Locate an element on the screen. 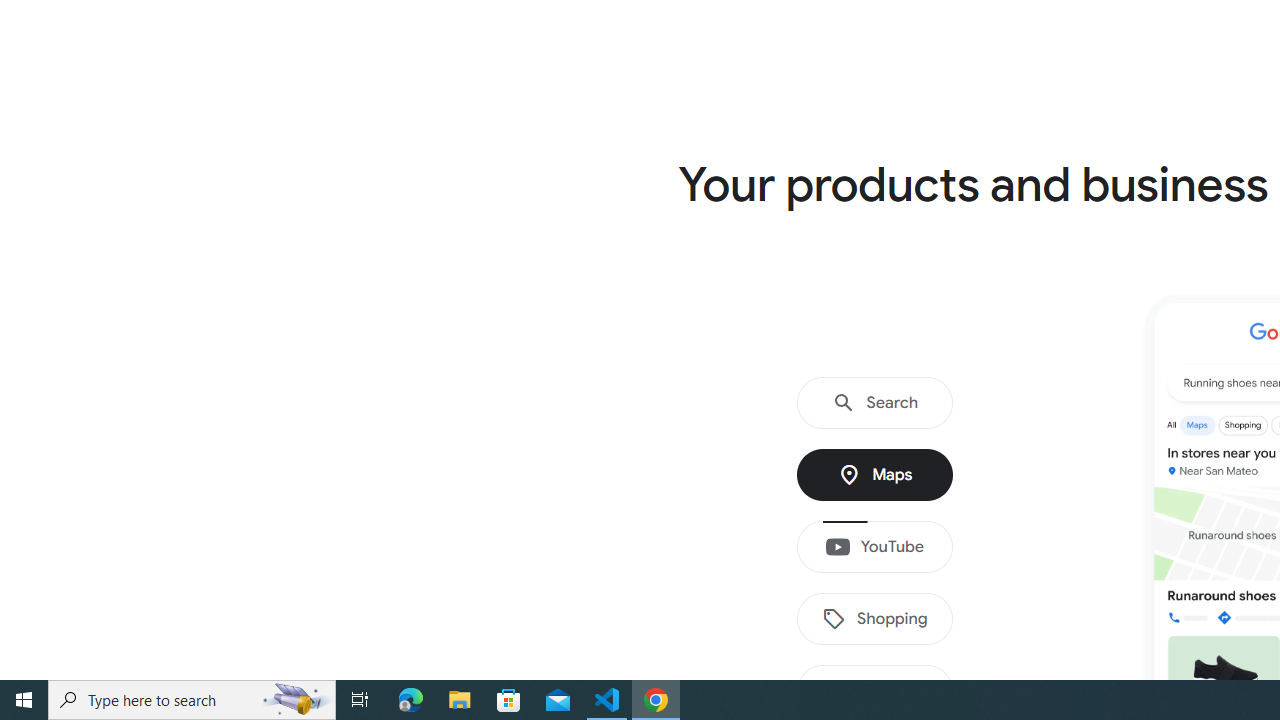 This screenshot has width=1280, height=720. 'Shopping' is located at coordinates (875, 618).